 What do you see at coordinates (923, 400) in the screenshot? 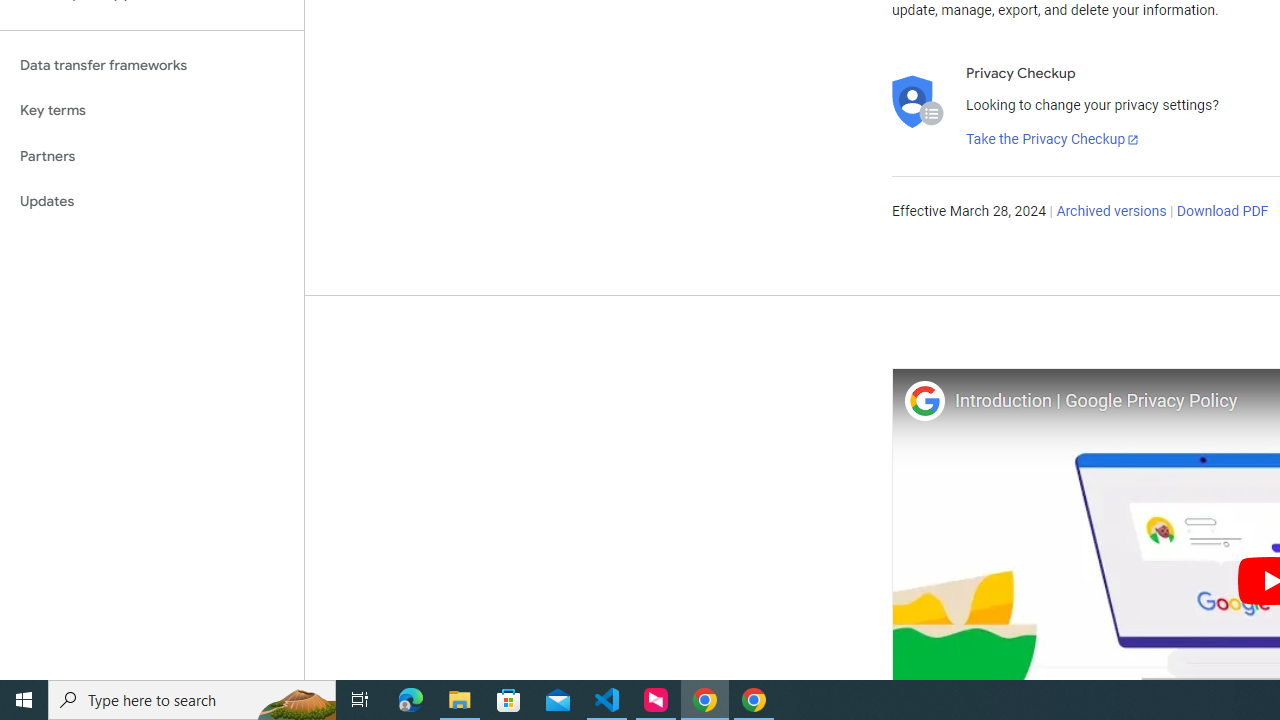
I see `'Photo image of Google'` at bounding box center [923, 400].